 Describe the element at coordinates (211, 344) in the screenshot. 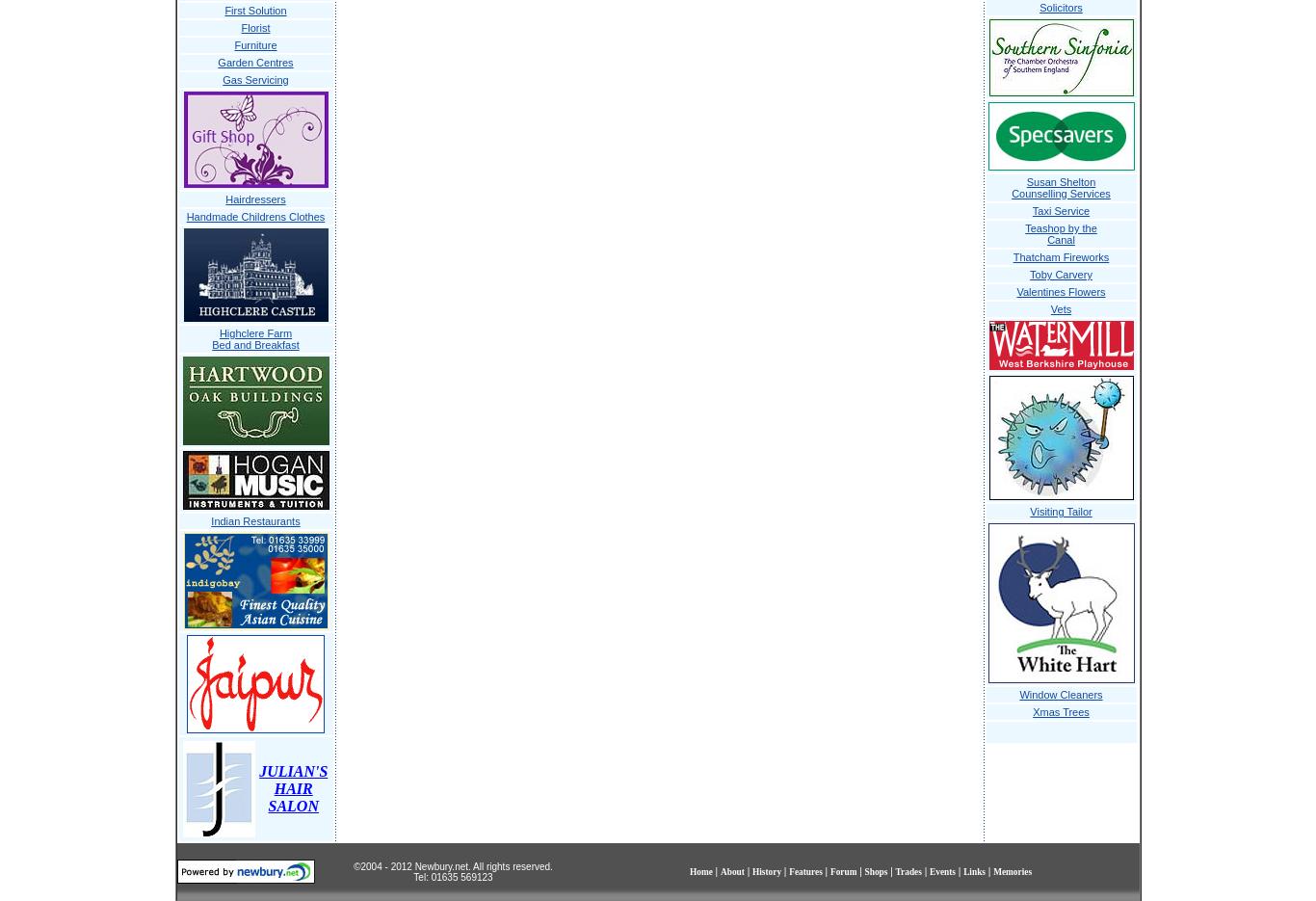

I see `'Bed and Breakfast'` at that location.